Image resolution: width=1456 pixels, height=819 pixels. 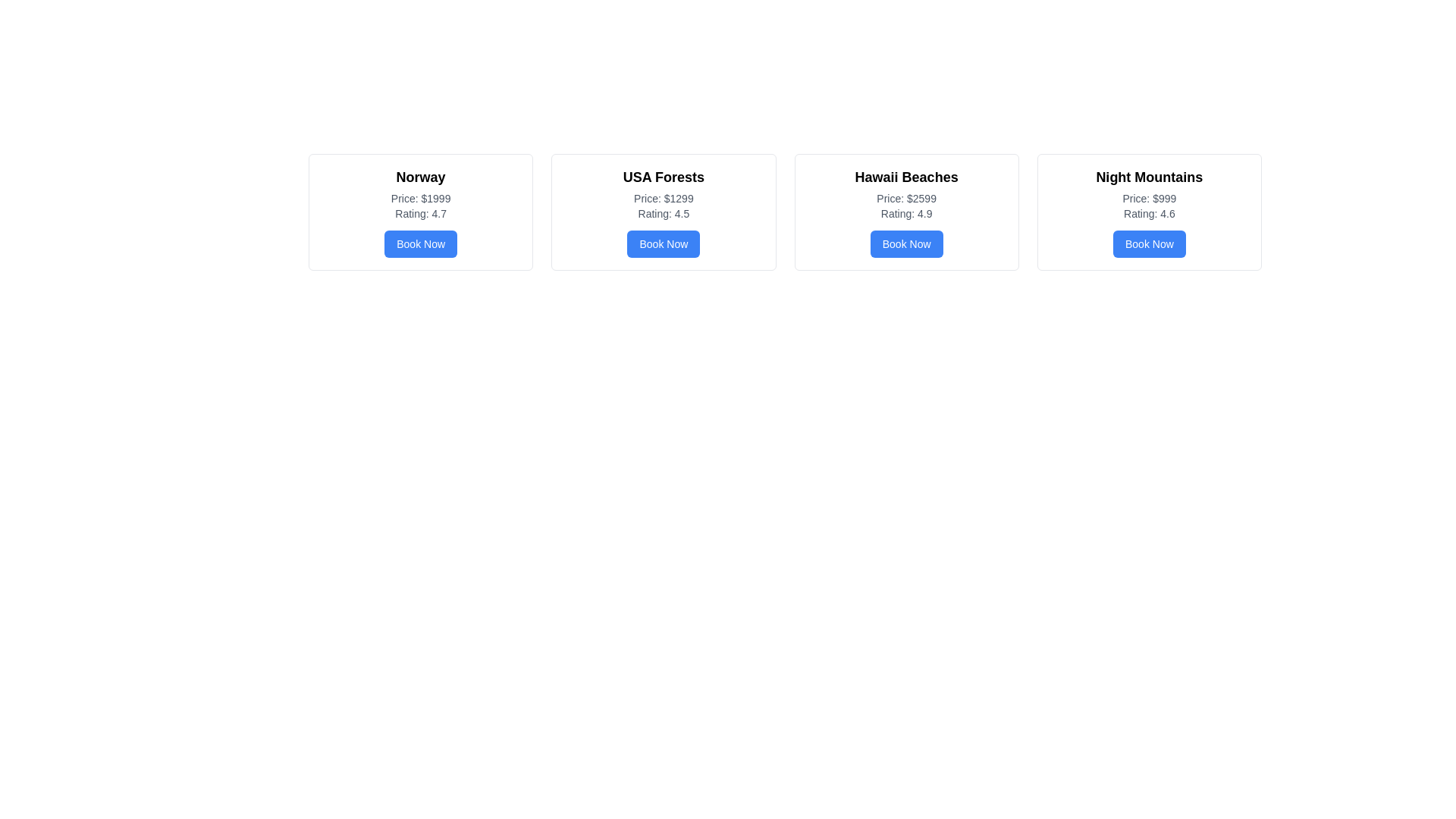 I want to click on the text label that reads 'Rating: 4.9', which is styled in gray and located on the white card about 'Hawaii Beaches', so click(x=906, y=213).